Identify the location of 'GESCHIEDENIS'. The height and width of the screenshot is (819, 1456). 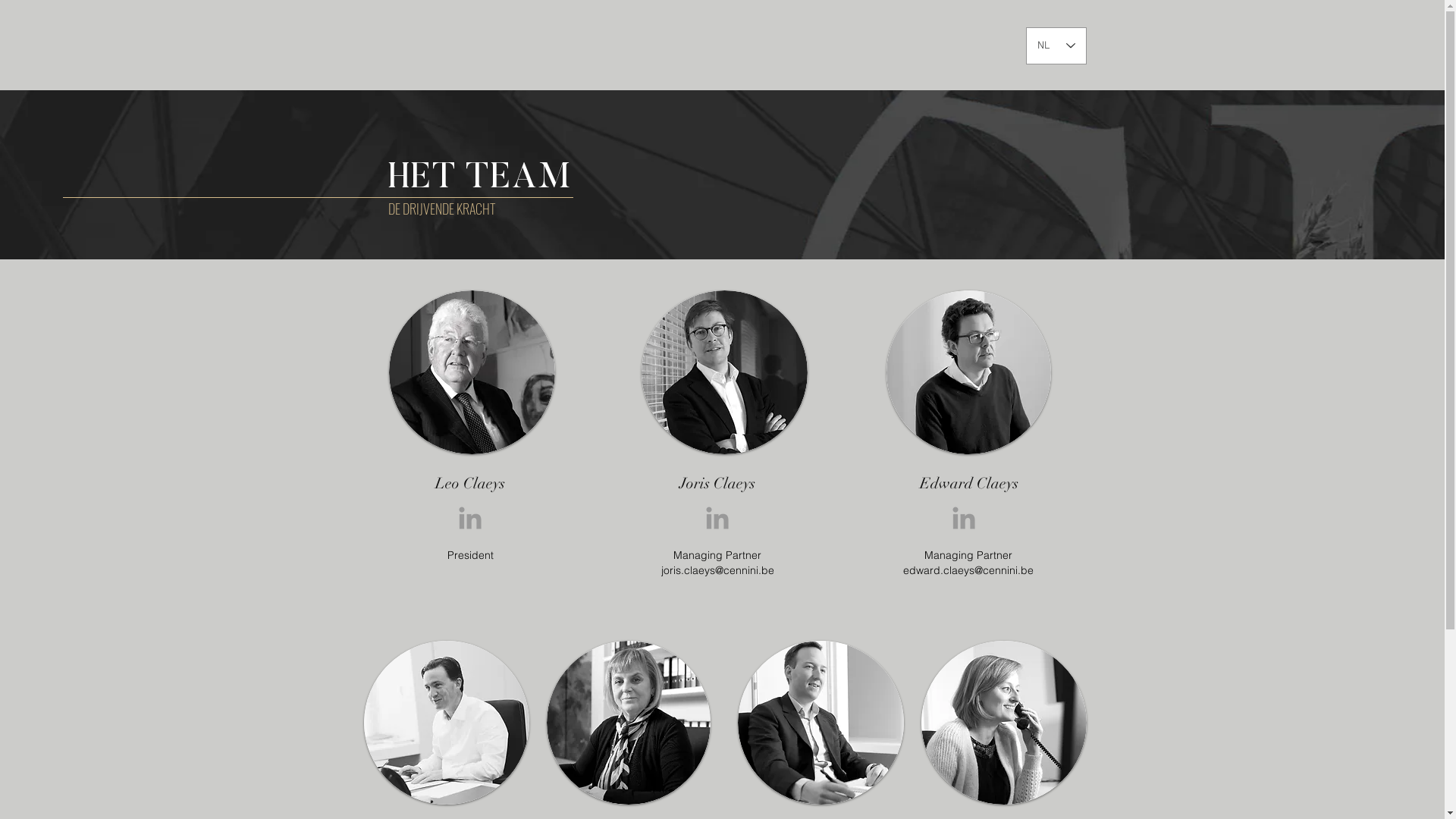
(792, 43).